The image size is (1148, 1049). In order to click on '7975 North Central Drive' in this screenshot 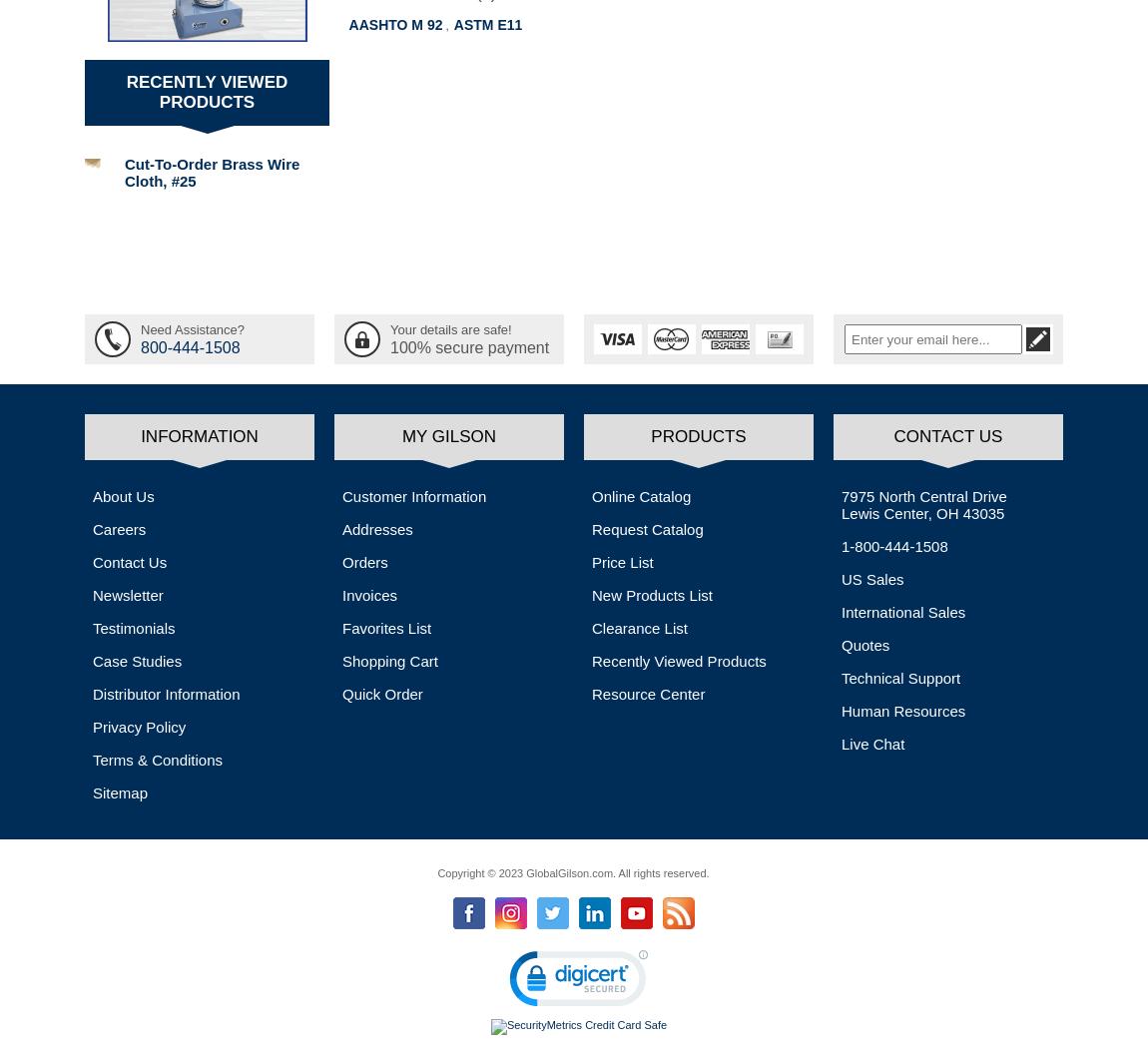, I will do `click(923, 496)`.